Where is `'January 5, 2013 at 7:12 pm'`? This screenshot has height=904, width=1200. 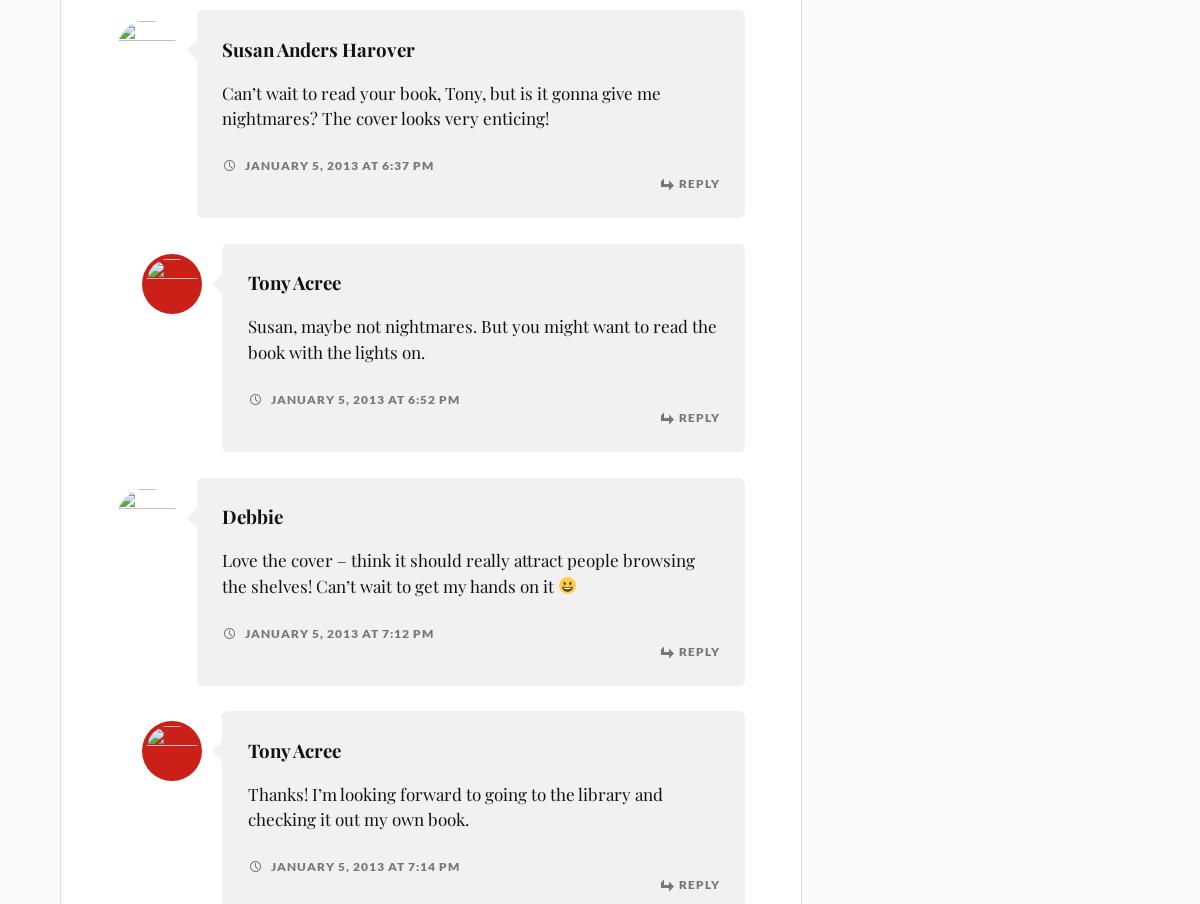
'January 5, 2013 at 7:12 pm' is located at coordinates (338, 632).